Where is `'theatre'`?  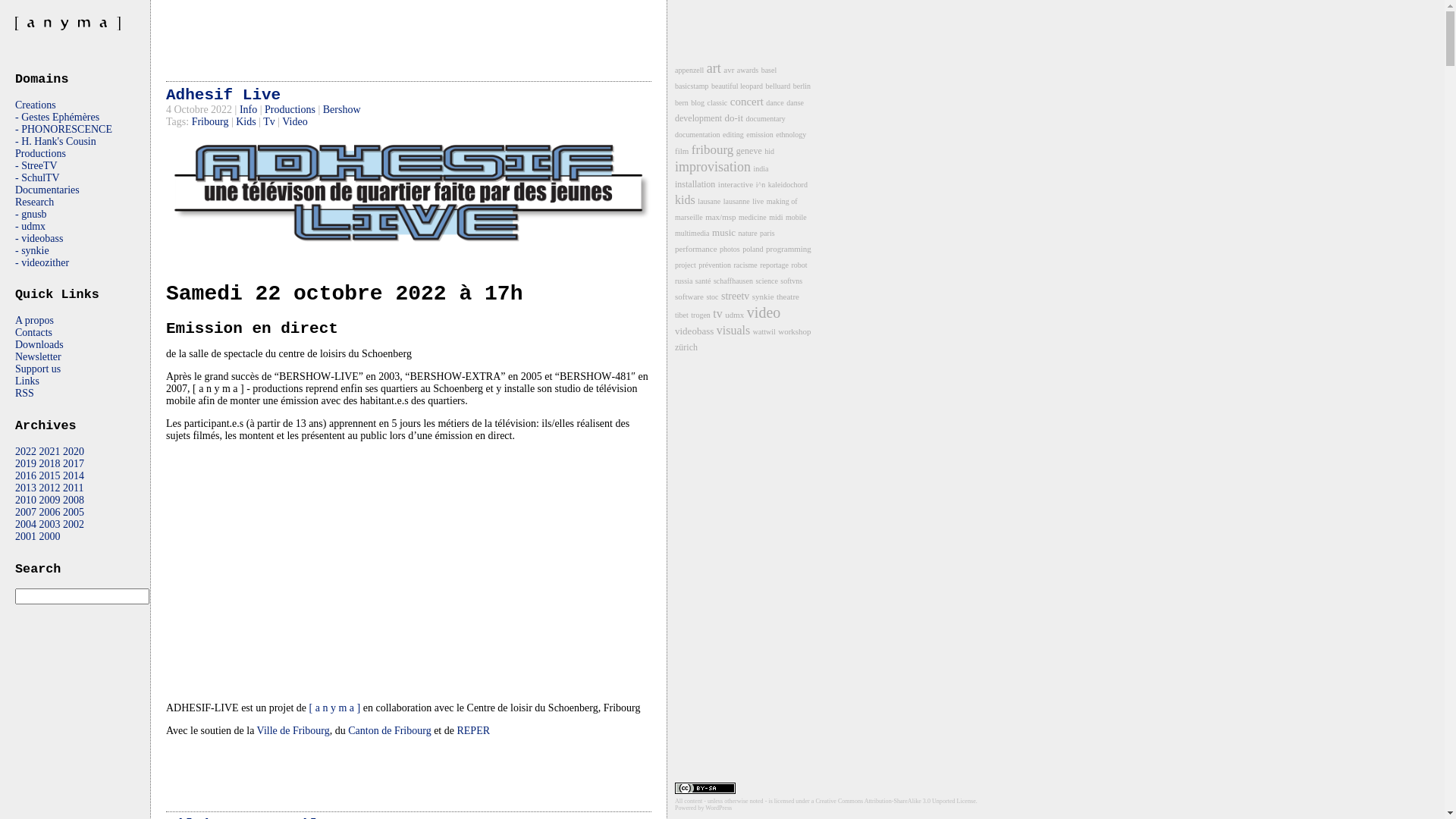 'theatre' is located at coordinates (787, 296).